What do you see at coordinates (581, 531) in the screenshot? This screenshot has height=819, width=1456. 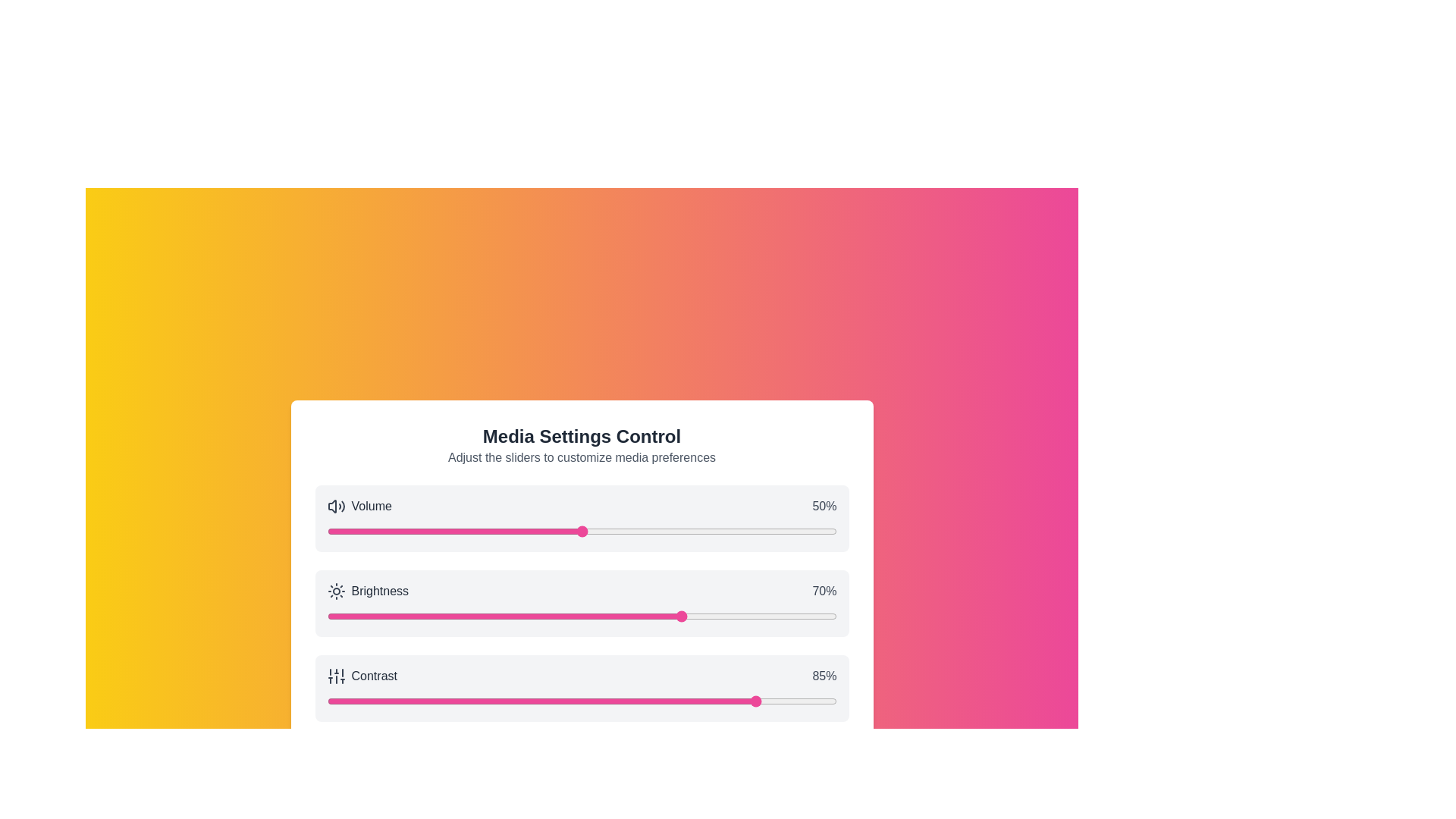 I see `the 0 slider to 50%` at bounding box center [581, 531].